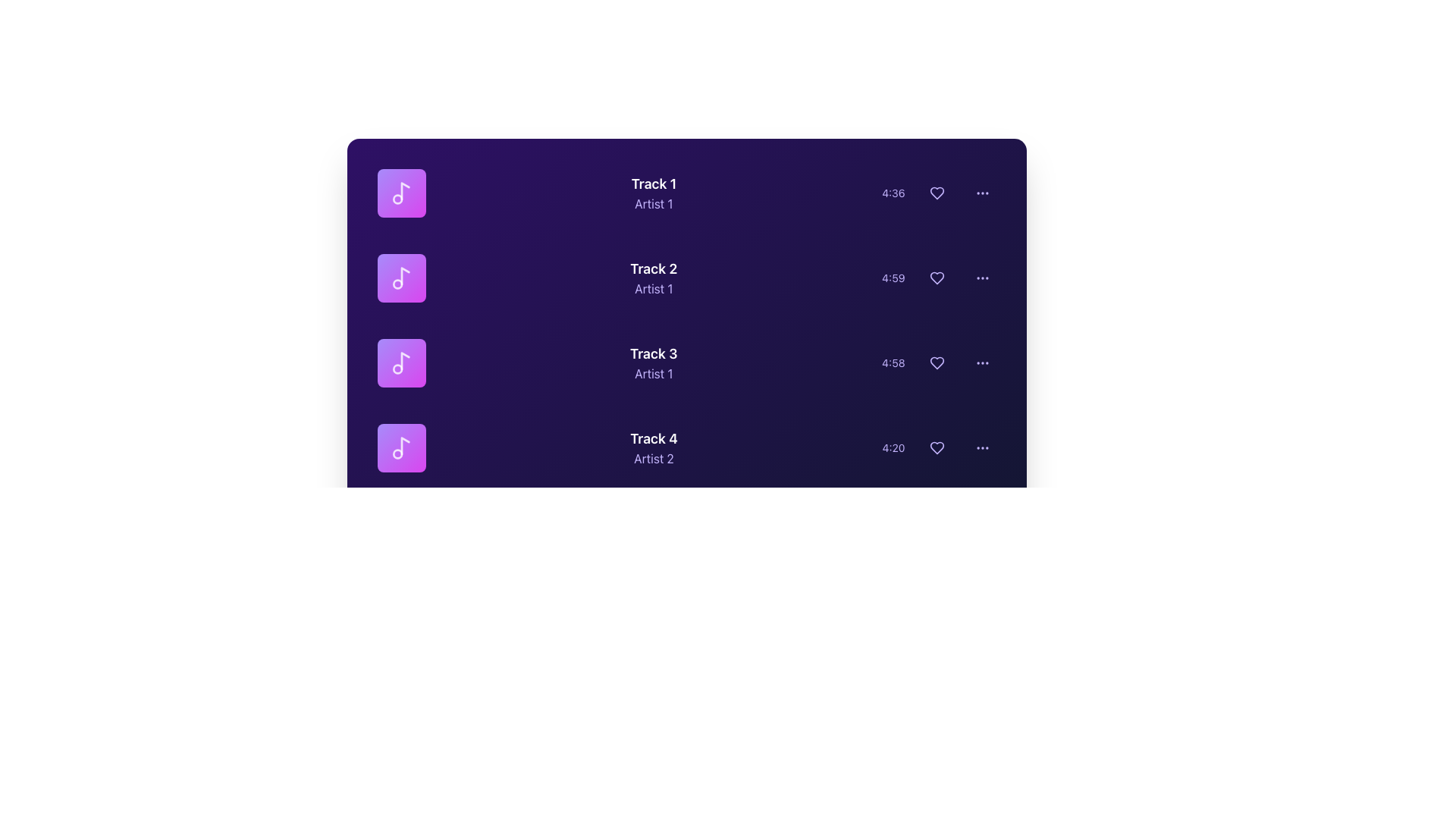 The width and height of the screenshot is (1456, 819). I want to click on the Ellipsis icon button, which serves as an overflow menu for additional settings related to the music track item, so click(982, 192).